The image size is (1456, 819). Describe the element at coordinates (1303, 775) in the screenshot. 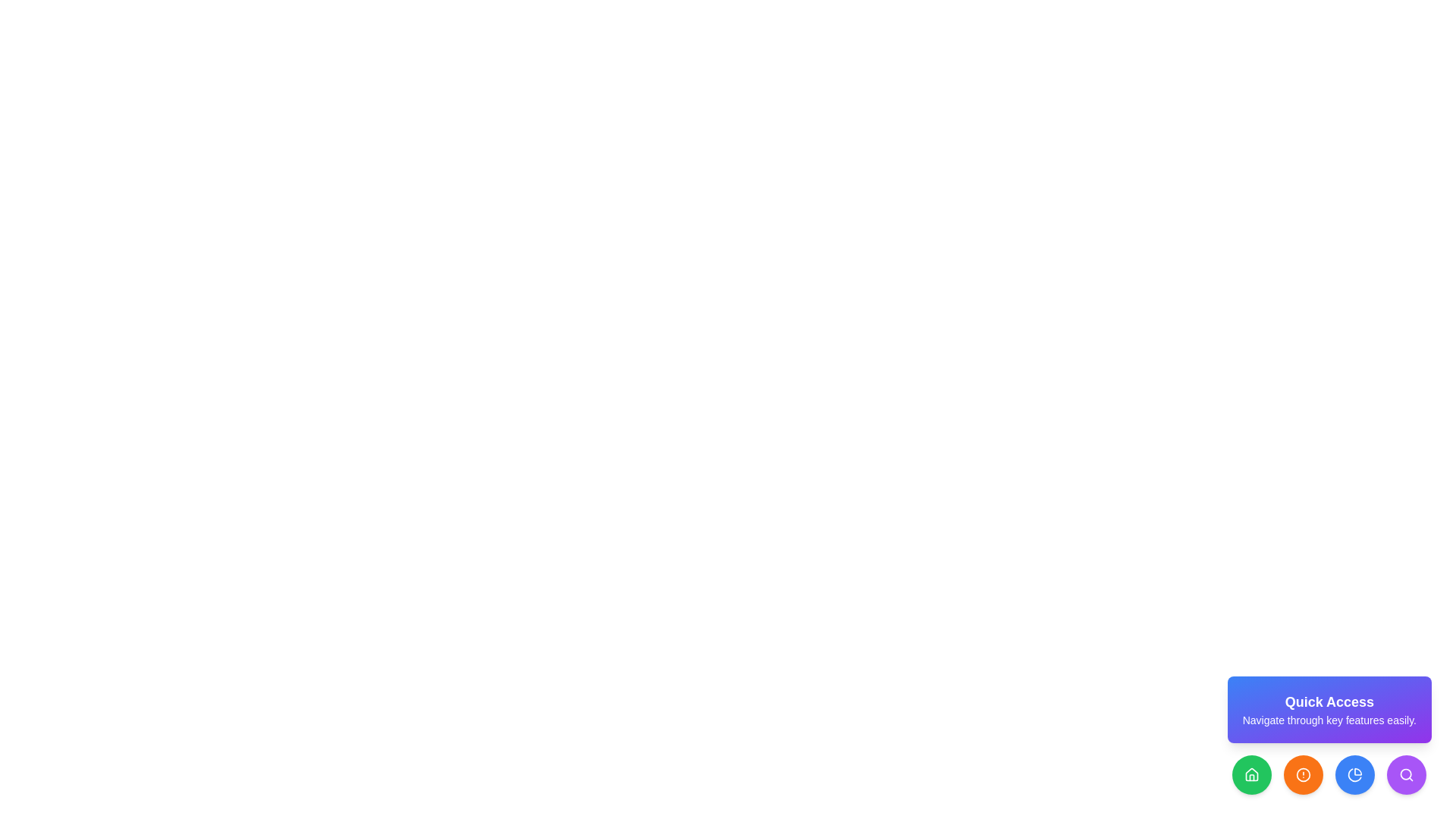

I see `the warning indicator icon, which is styled as a circular button with an orange background, located` at that location.